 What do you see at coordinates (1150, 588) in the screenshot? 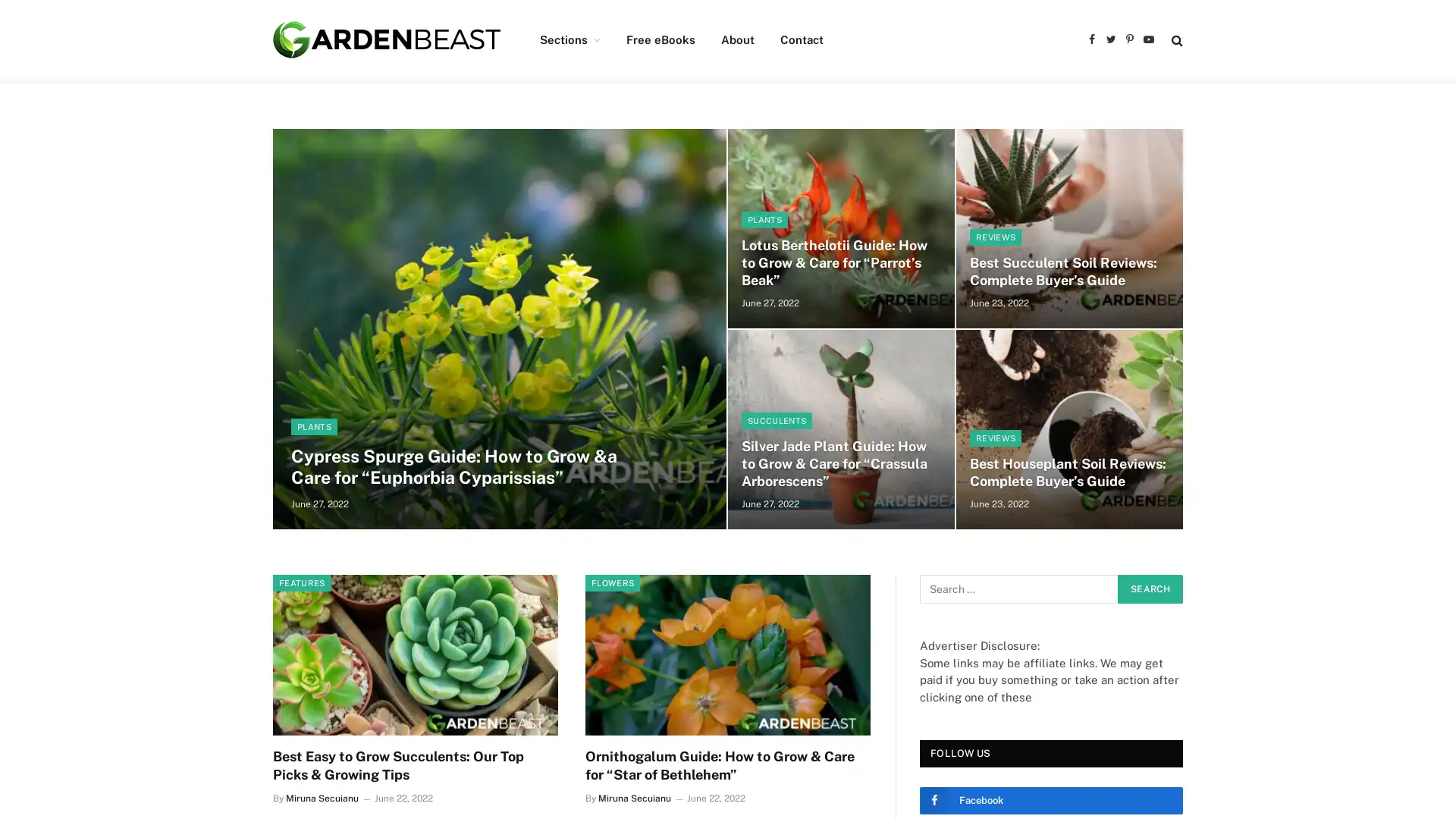
I see `Search` at bounding box center [1150, 588].